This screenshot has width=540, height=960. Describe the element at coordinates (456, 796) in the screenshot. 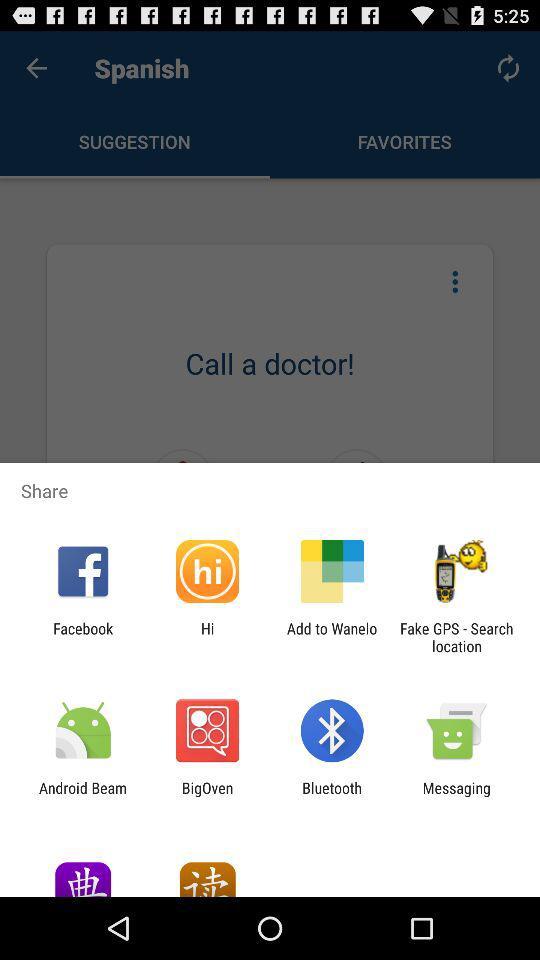

I see `app next to bluetooth app` at that location.